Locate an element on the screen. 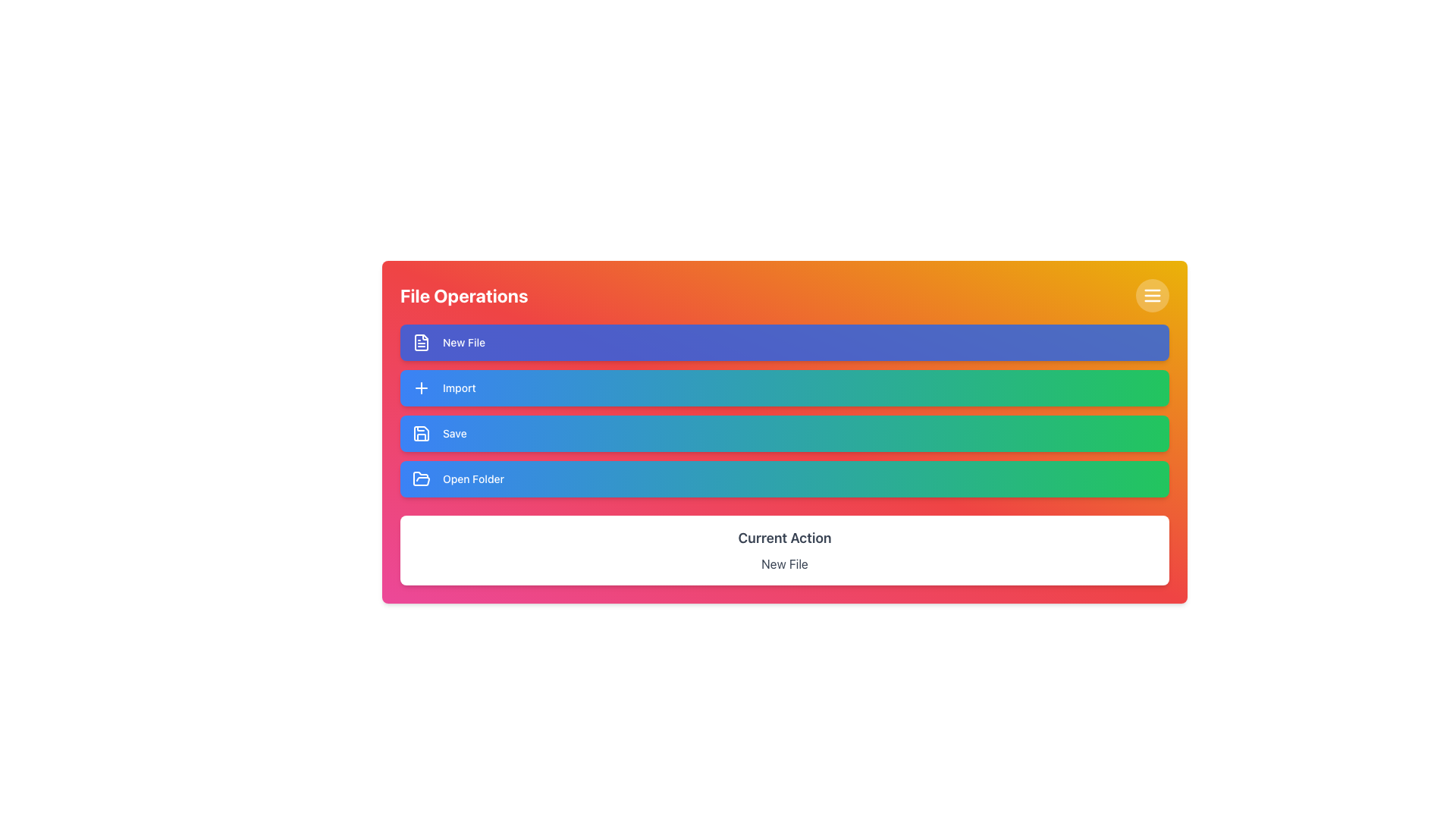 Image resolution: width=1456 pixels, height=819 pixels. the icon resembling an open folder, which is part of the 'Open Folder' action button located in the 'File Operations' section is located at coordinates (422, 479).